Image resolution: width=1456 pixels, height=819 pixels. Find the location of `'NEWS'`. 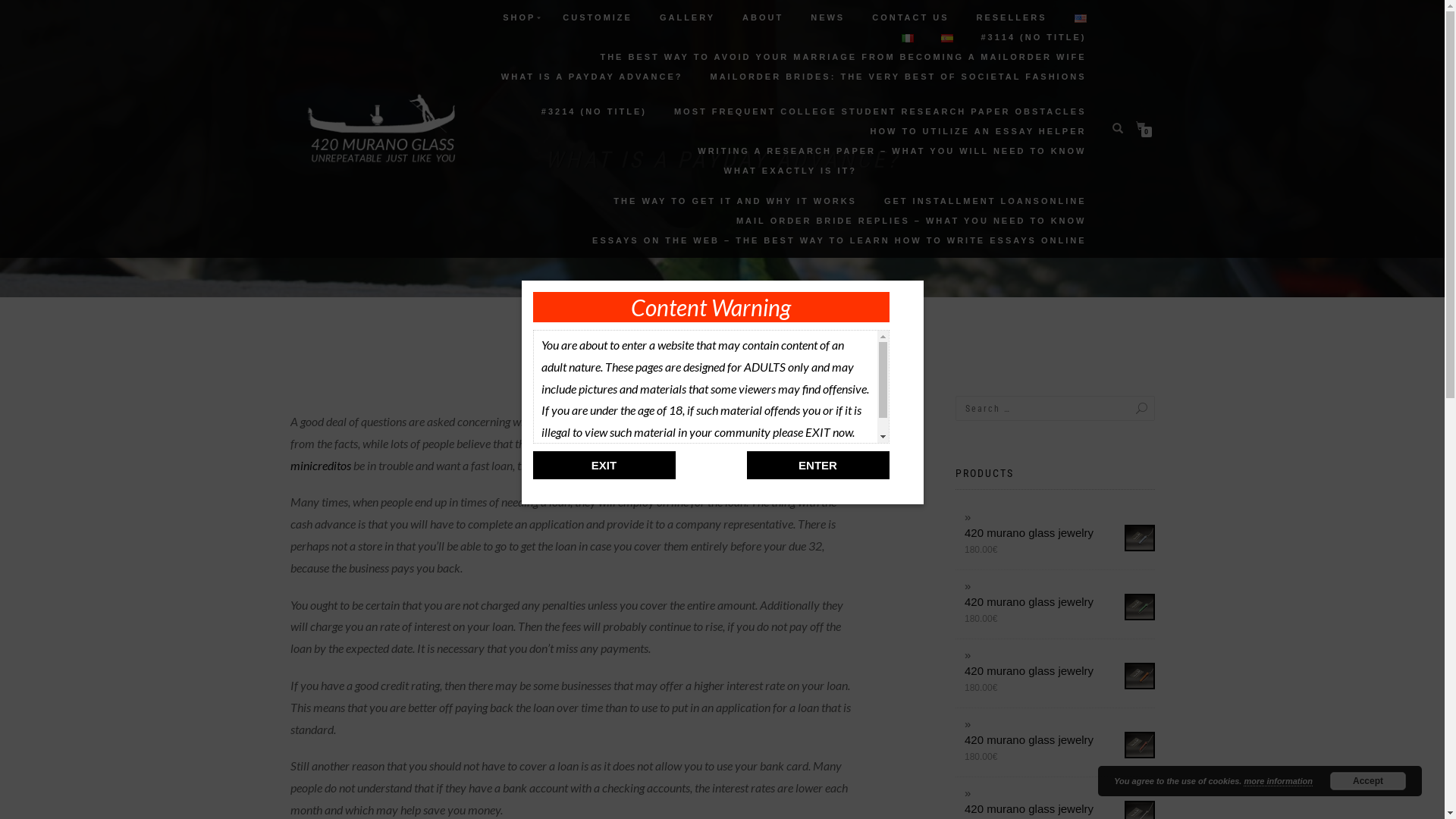

'NEWS' is located at coordinates (827, 17).